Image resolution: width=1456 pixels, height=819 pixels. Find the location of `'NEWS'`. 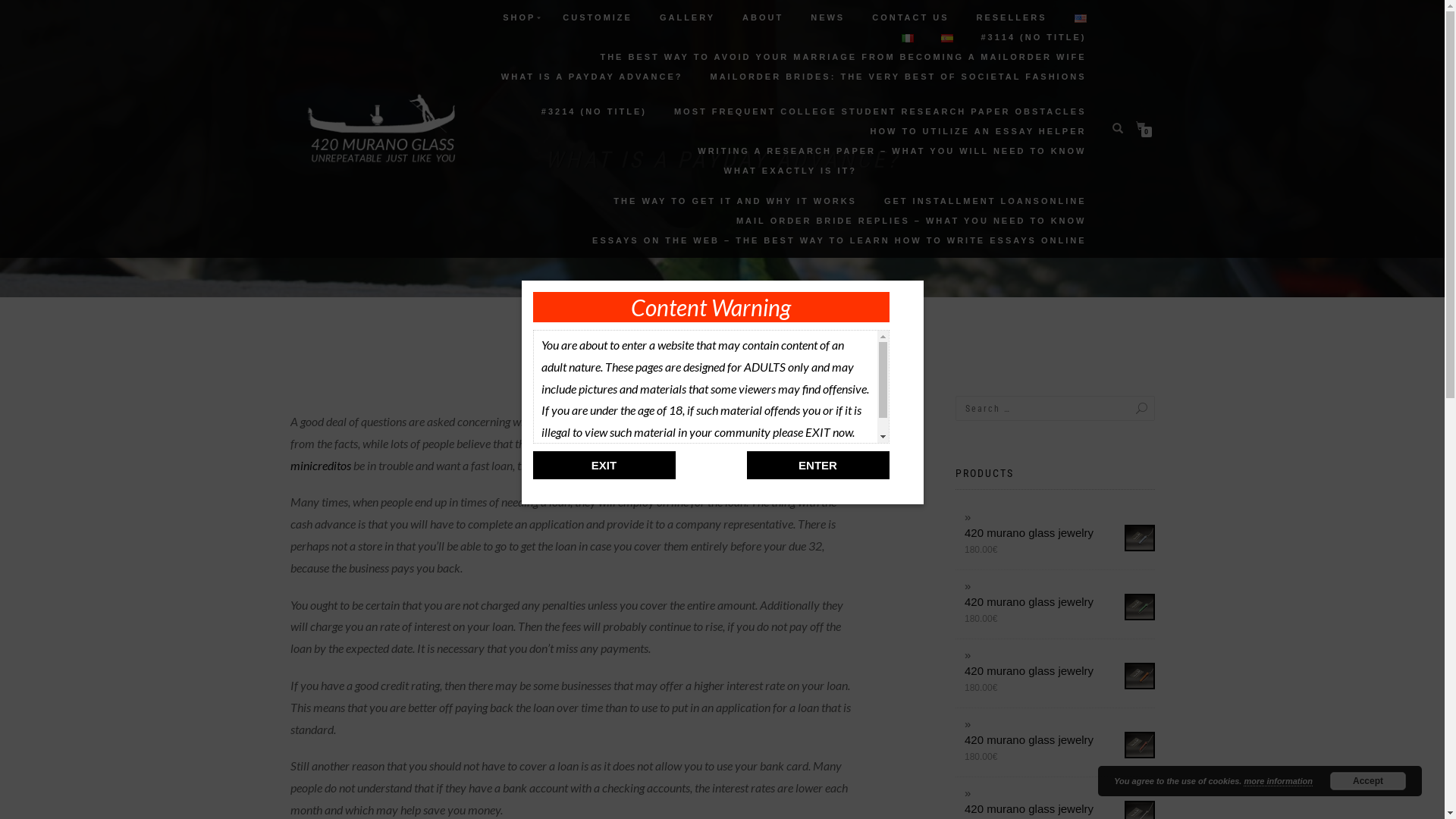

'NEWS' is located at coordinates (827, 17).